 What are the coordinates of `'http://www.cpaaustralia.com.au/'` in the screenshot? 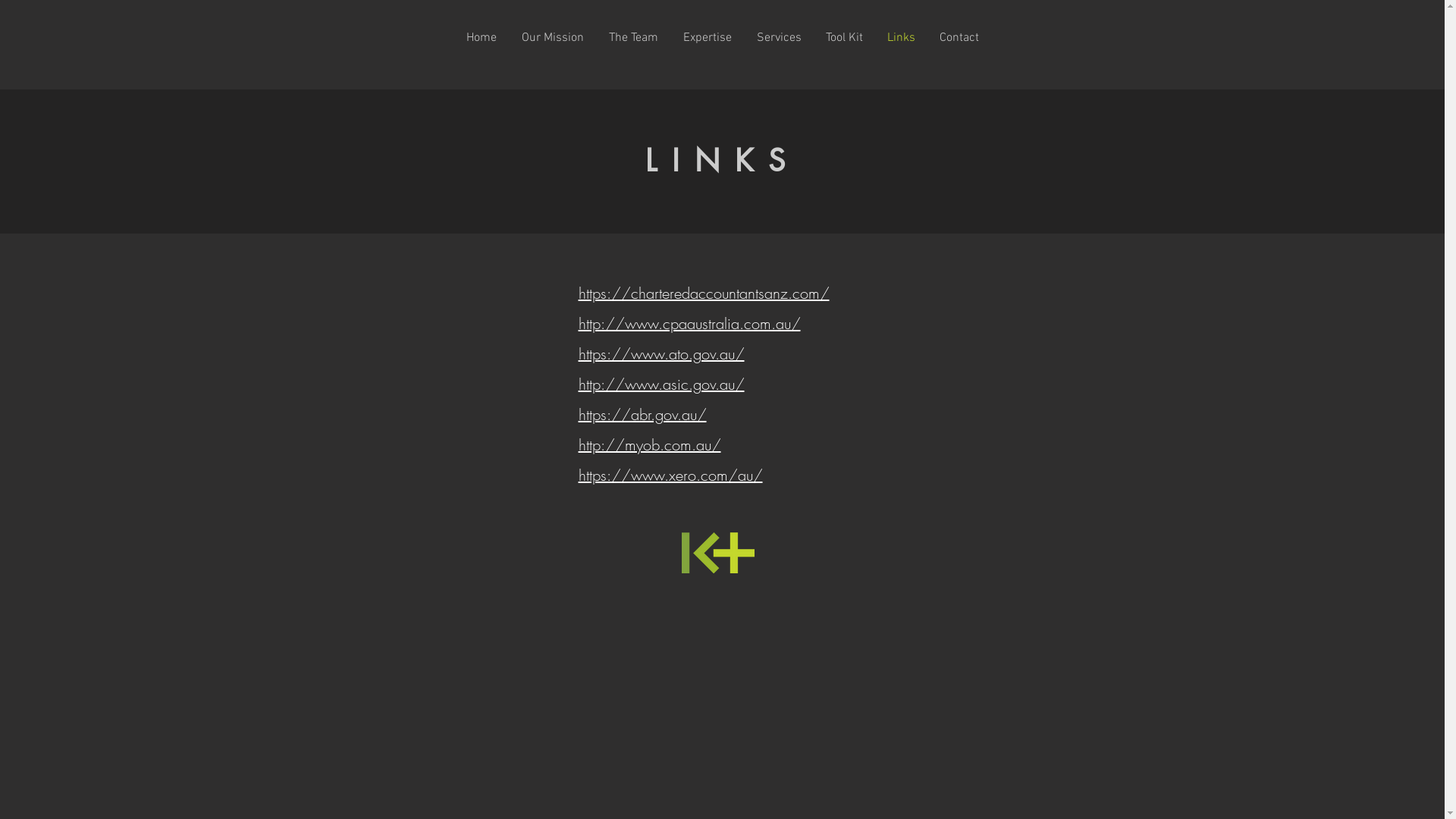 It's located at (688, 322).